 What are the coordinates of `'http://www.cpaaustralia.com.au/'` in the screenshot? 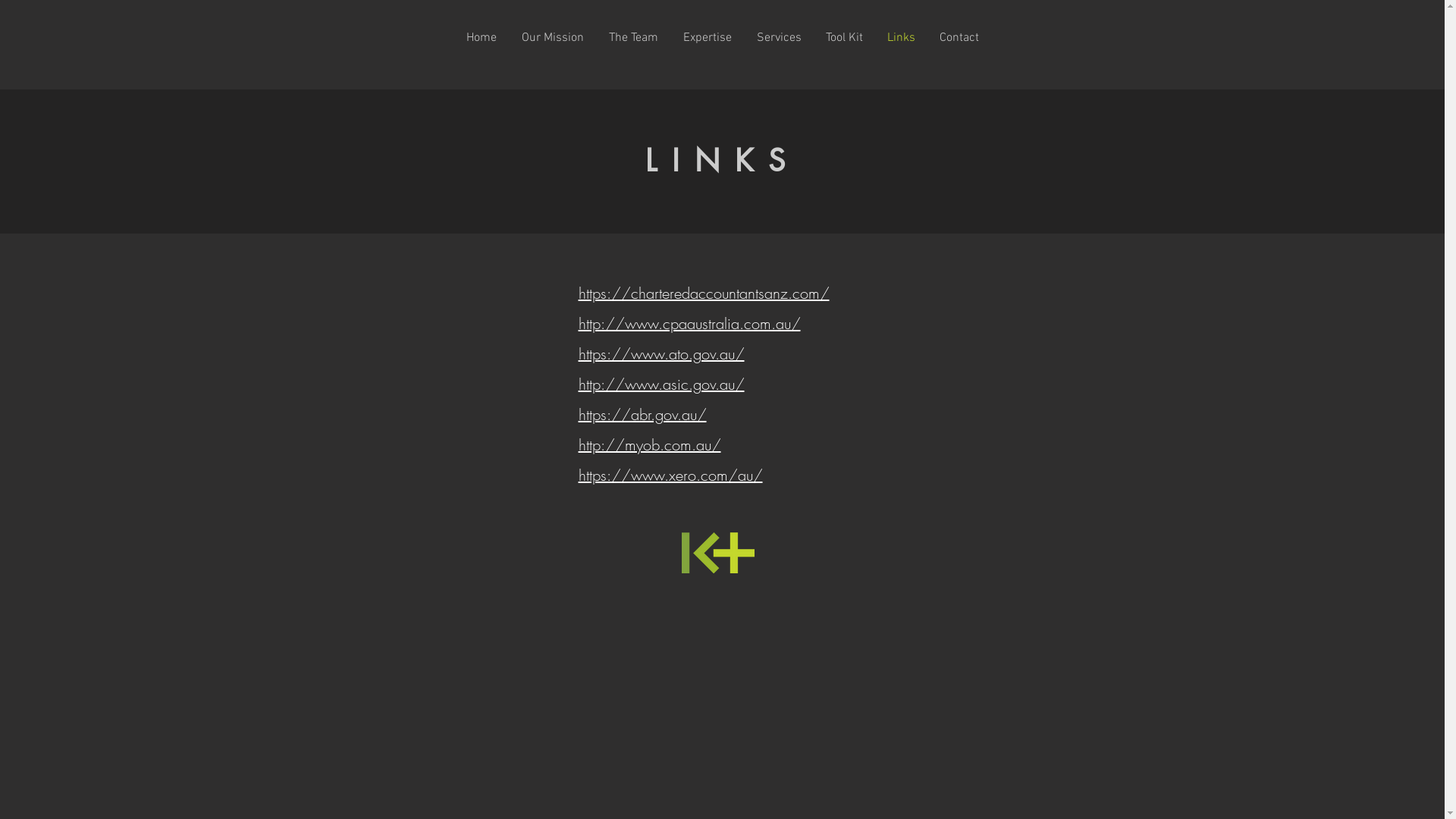 It's located at (688, 322).